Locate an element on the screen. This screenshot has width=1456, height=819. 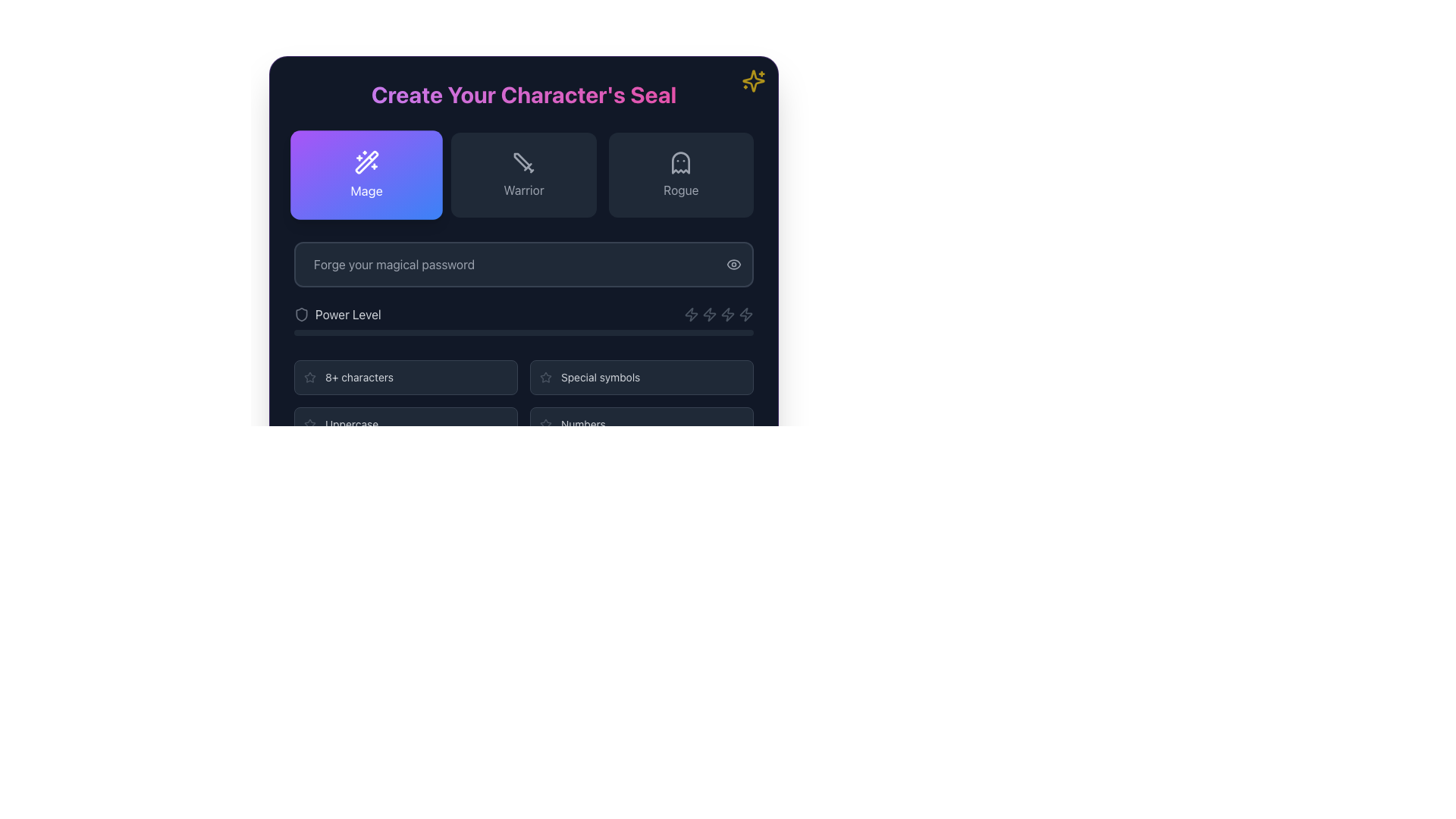
the Password input field located centrally under the 'Create Your Character's Seal' section to check for visual feedback is located at coordinates (524, 263).